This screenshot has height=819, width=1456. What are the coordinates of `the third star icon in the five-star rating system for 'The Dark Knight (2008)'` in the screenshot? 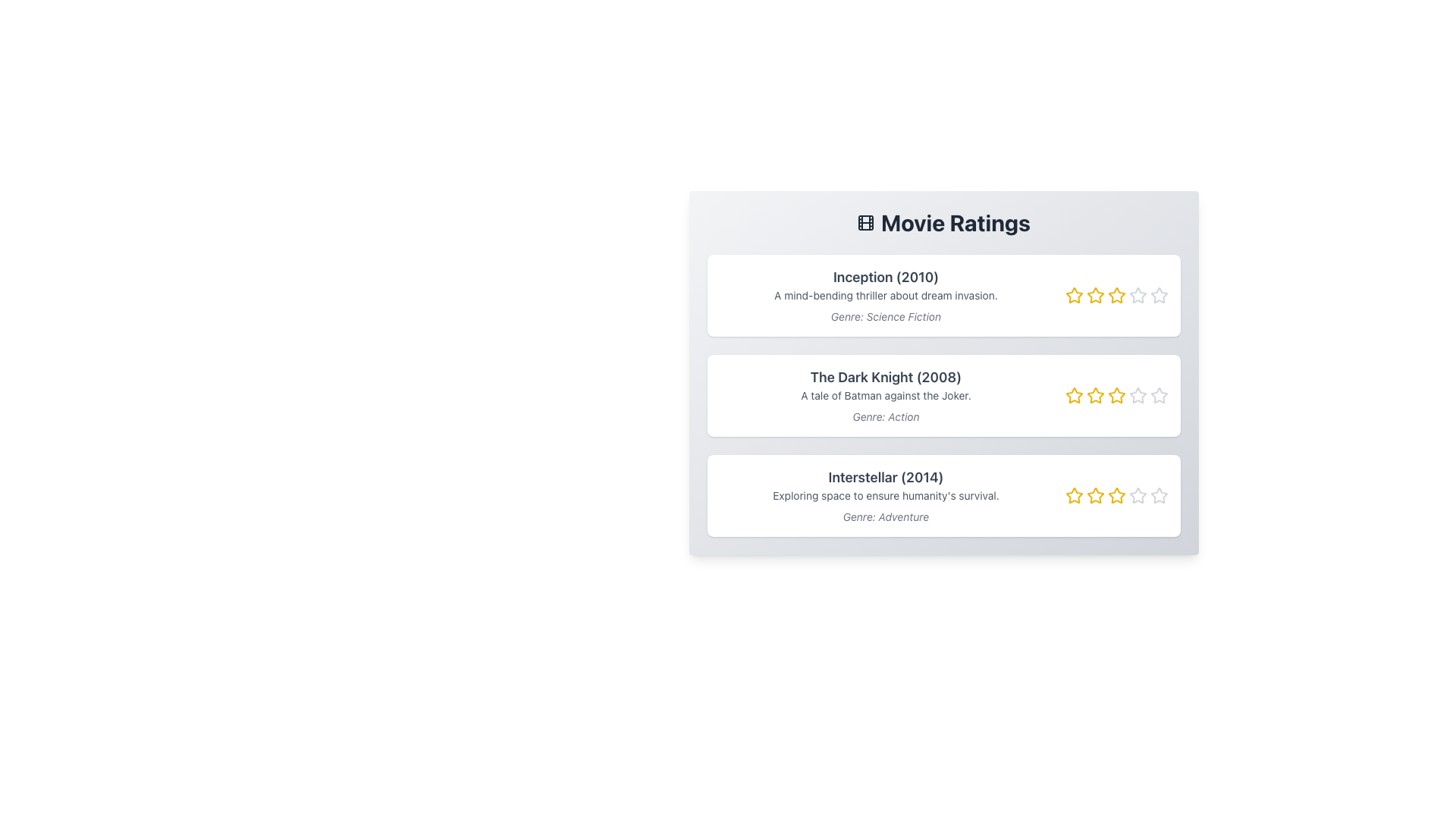 It's located at (1116, 394).